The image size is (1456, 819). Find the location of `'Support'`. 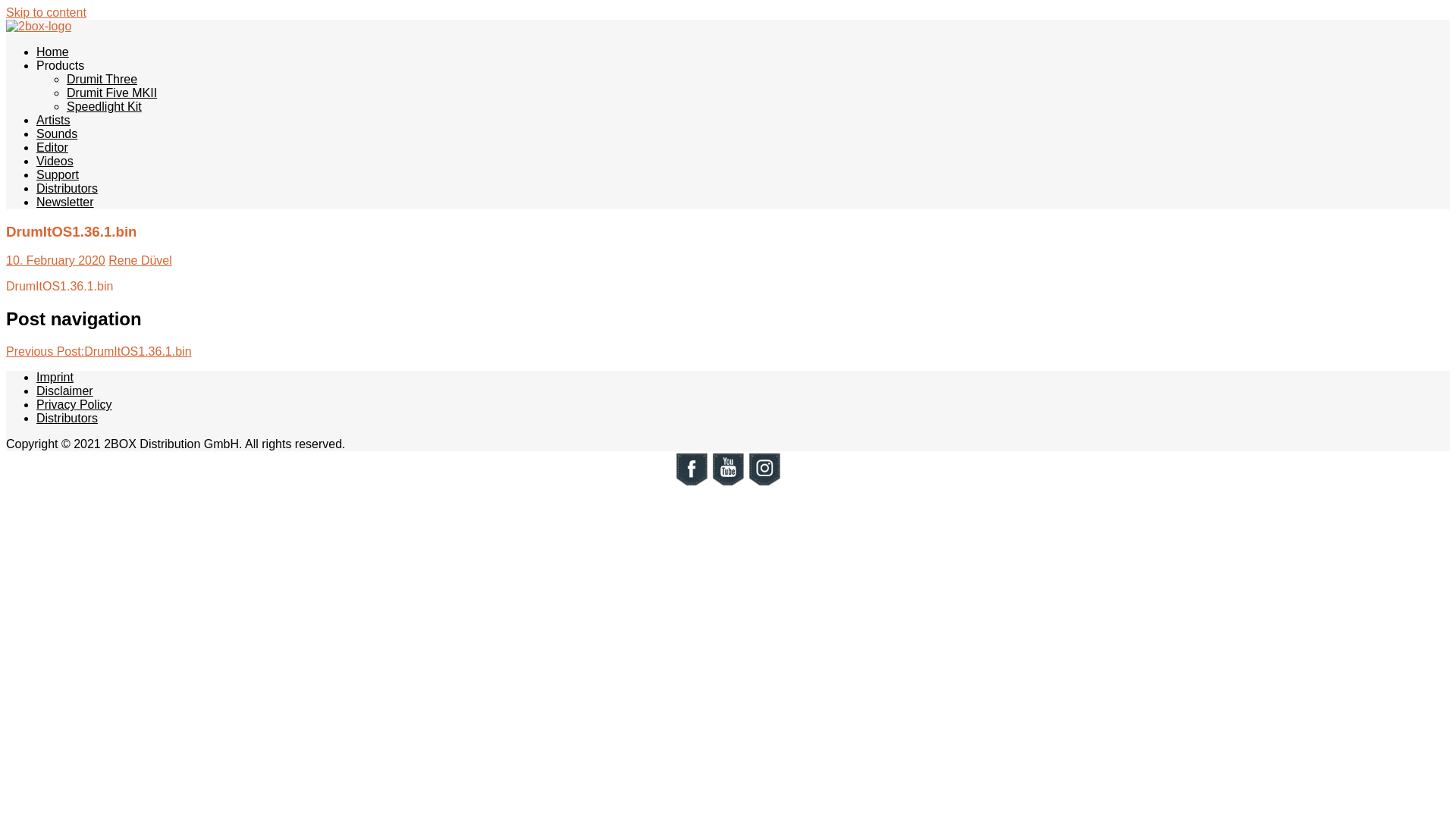

'Support' is located at coordinates (58, 174).